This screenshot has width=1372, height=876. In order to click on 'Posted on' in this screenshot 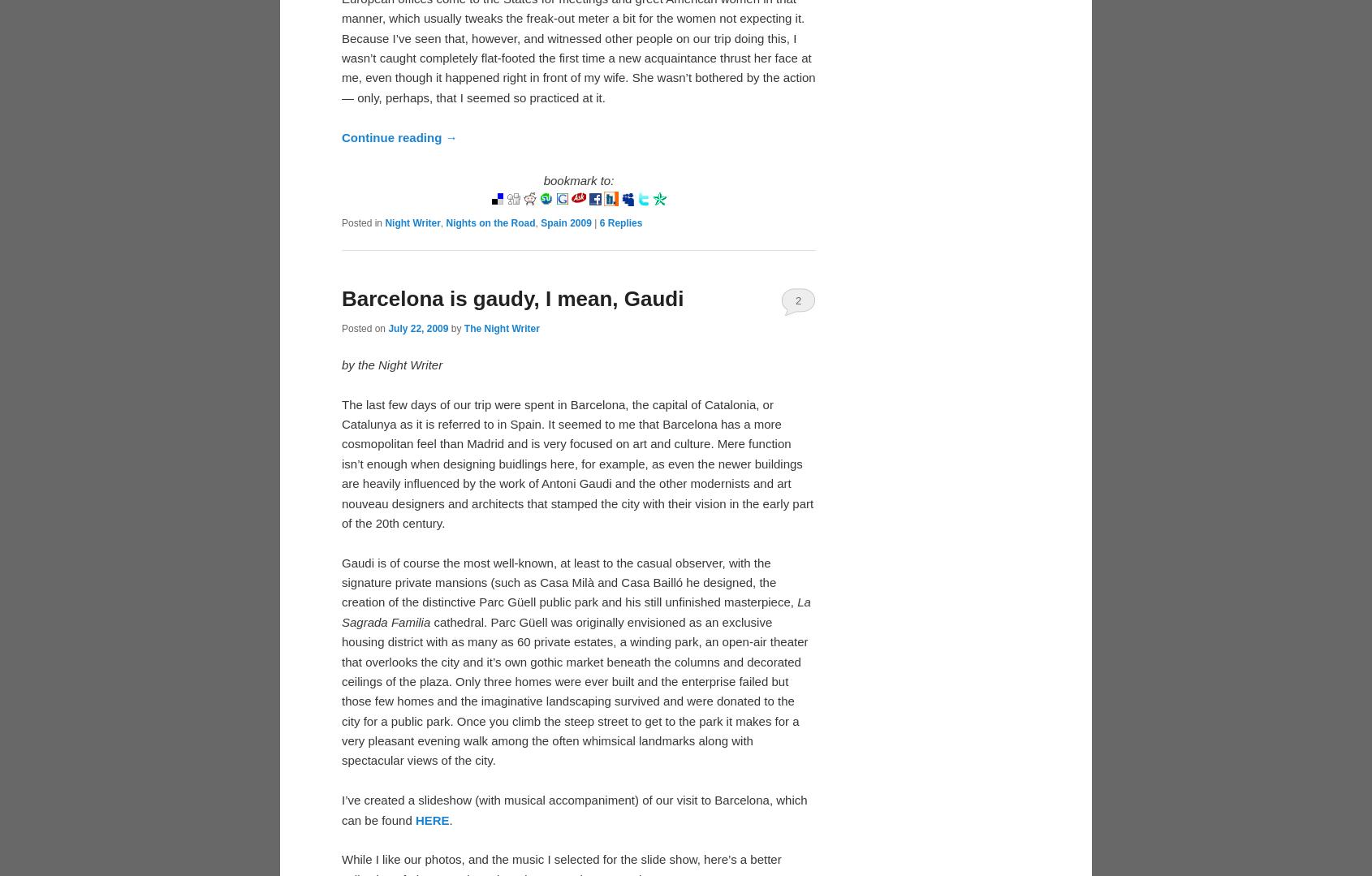, I will do `click(365, 326)`.